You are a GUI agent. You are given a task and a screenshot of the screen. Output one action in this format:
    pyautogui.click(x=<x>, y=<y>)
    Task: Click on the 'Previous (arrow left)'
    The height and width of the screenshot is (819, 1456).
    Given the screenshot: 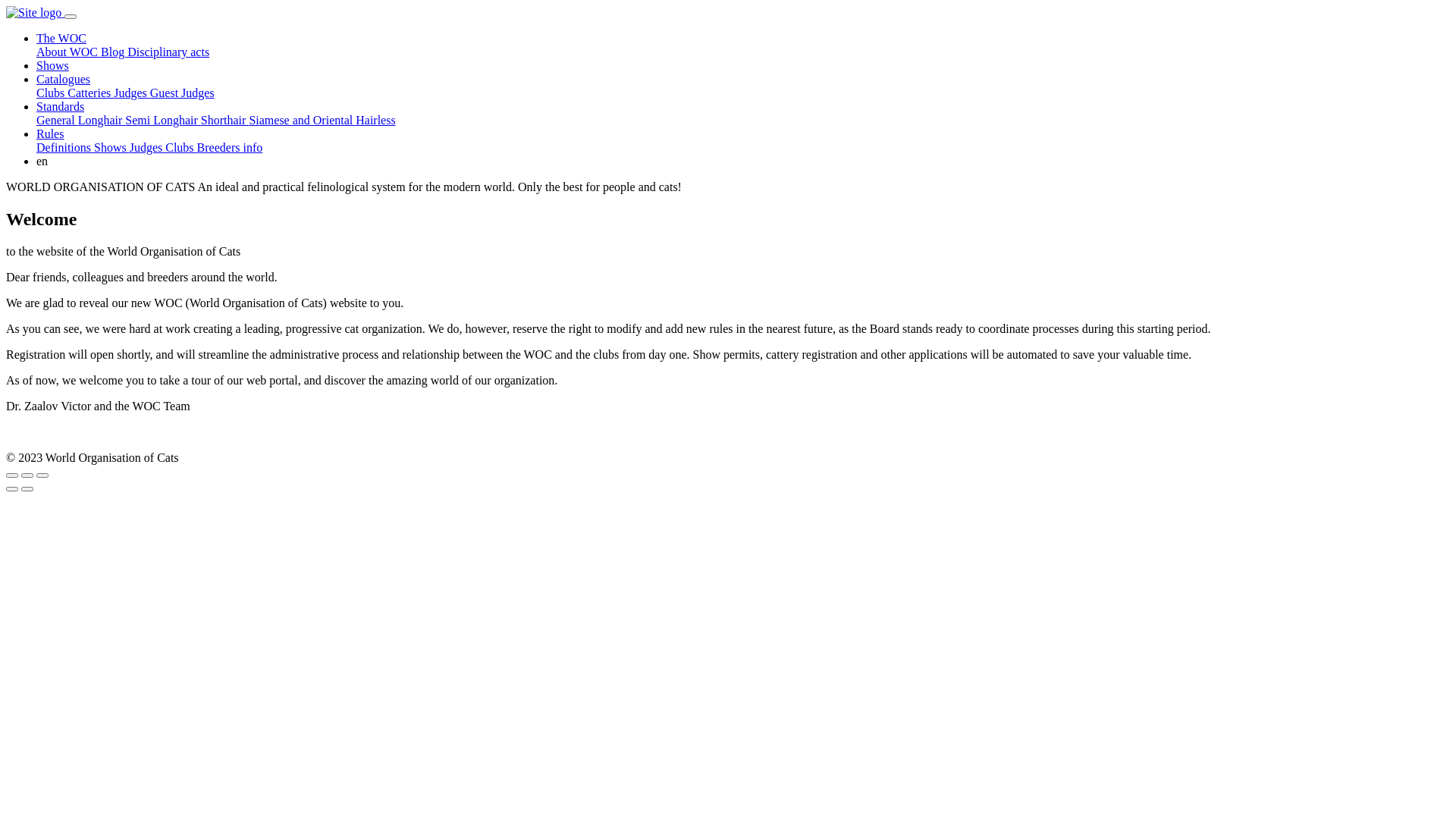 What is the action you would take?
    pyautogui.click(x=11, y=488)
    